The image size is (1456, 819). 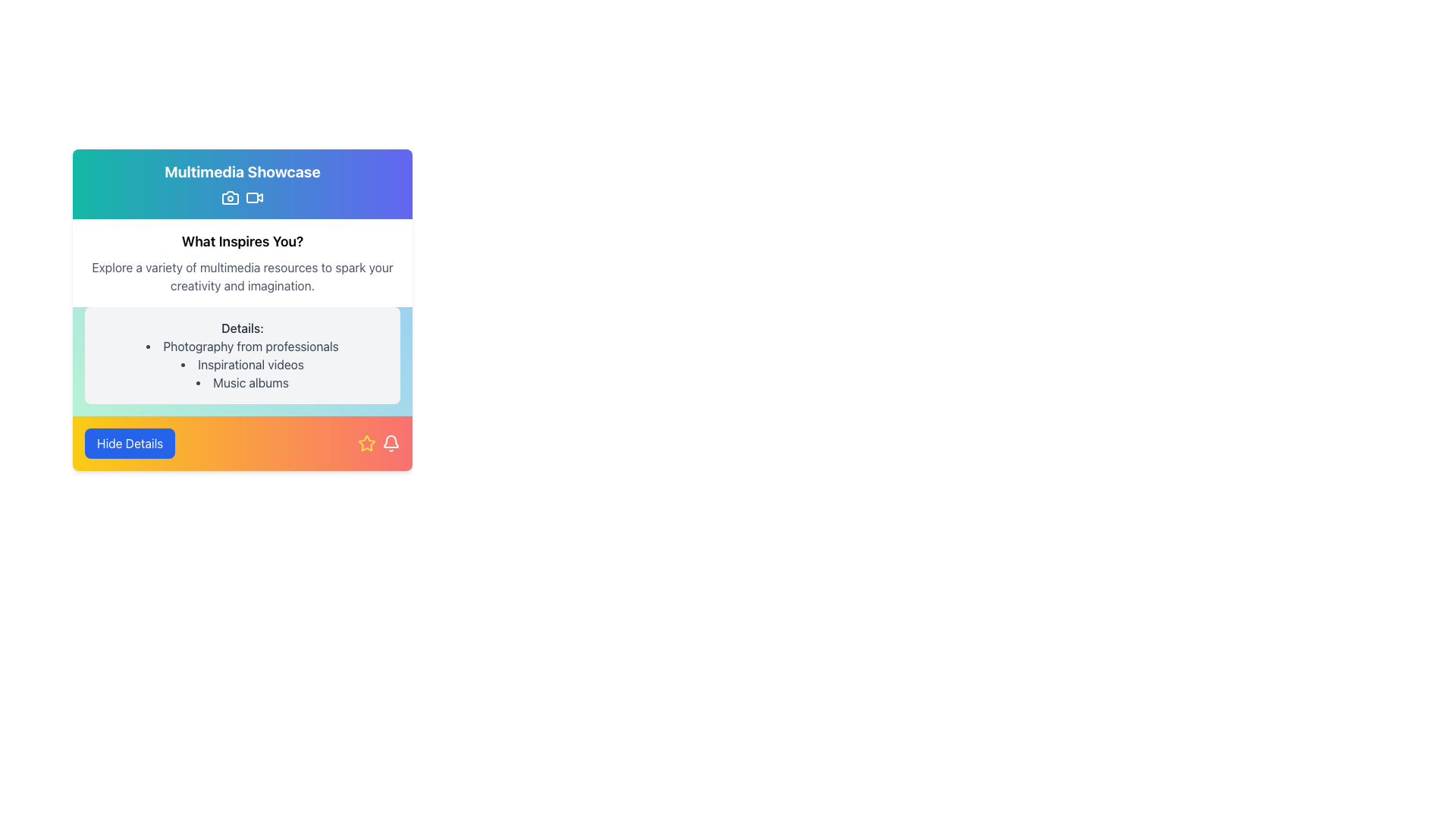 I want to click on the list item labeled 'Music albums', which is the third item in an unordered list under the 'Details:' section, so click(x=243, y=382).